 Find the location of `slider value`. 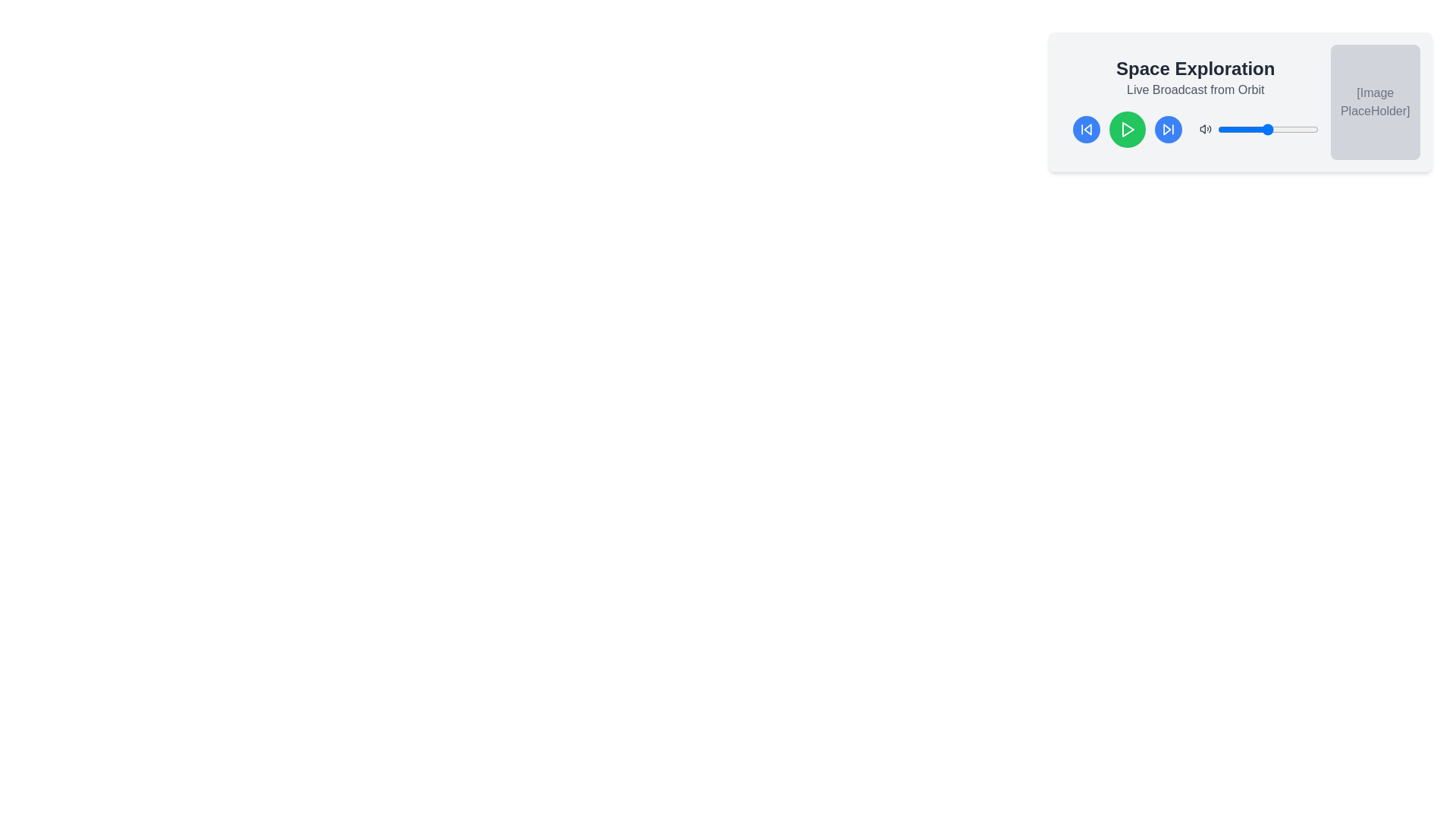

slider value is located at coordinates (1283, 128).